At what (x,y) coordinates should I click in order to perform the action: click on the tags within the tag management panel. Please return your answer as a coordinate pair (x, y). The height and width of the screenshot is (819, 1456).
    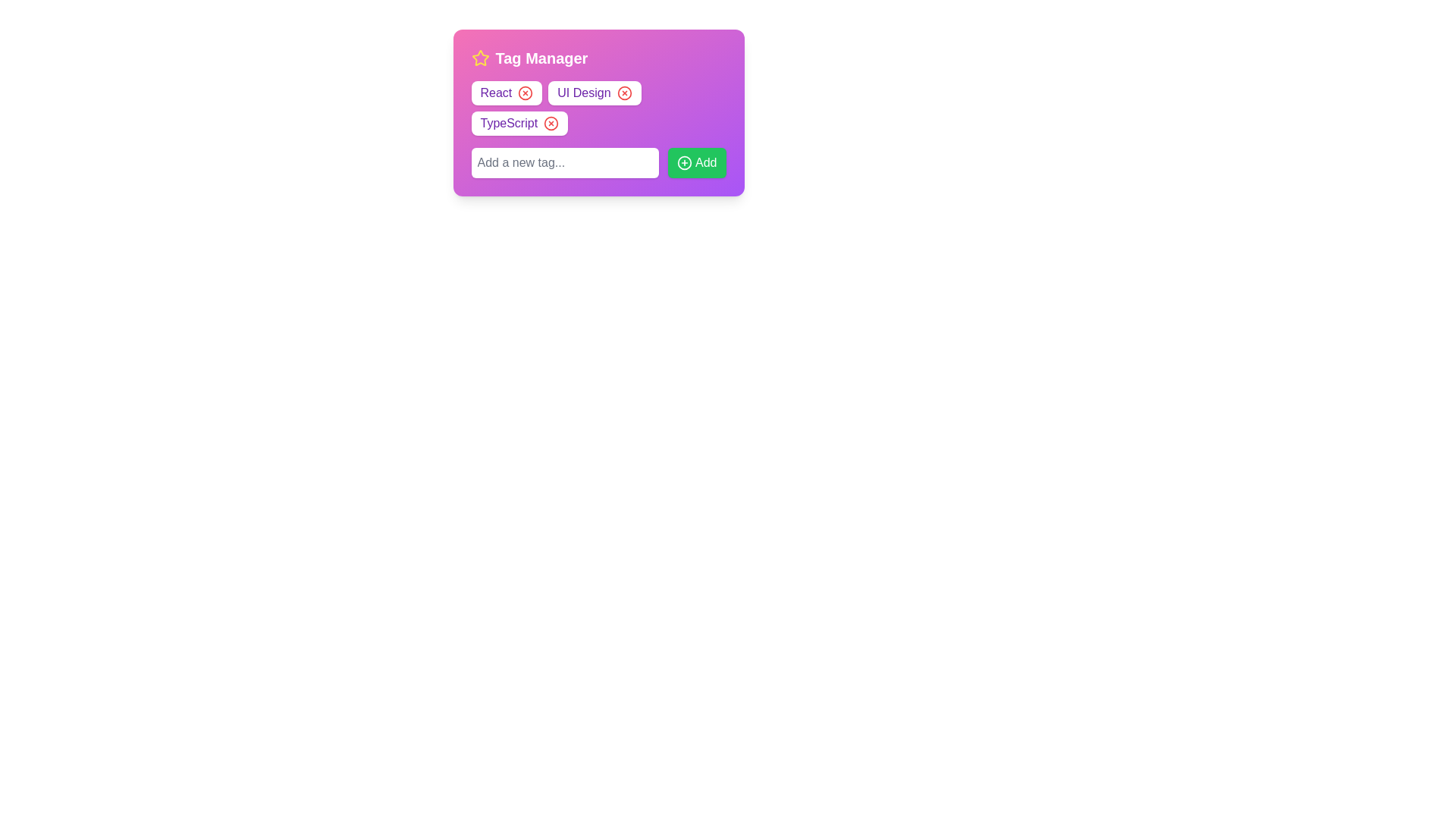
    Looking at the image, I should click on (598, 112).